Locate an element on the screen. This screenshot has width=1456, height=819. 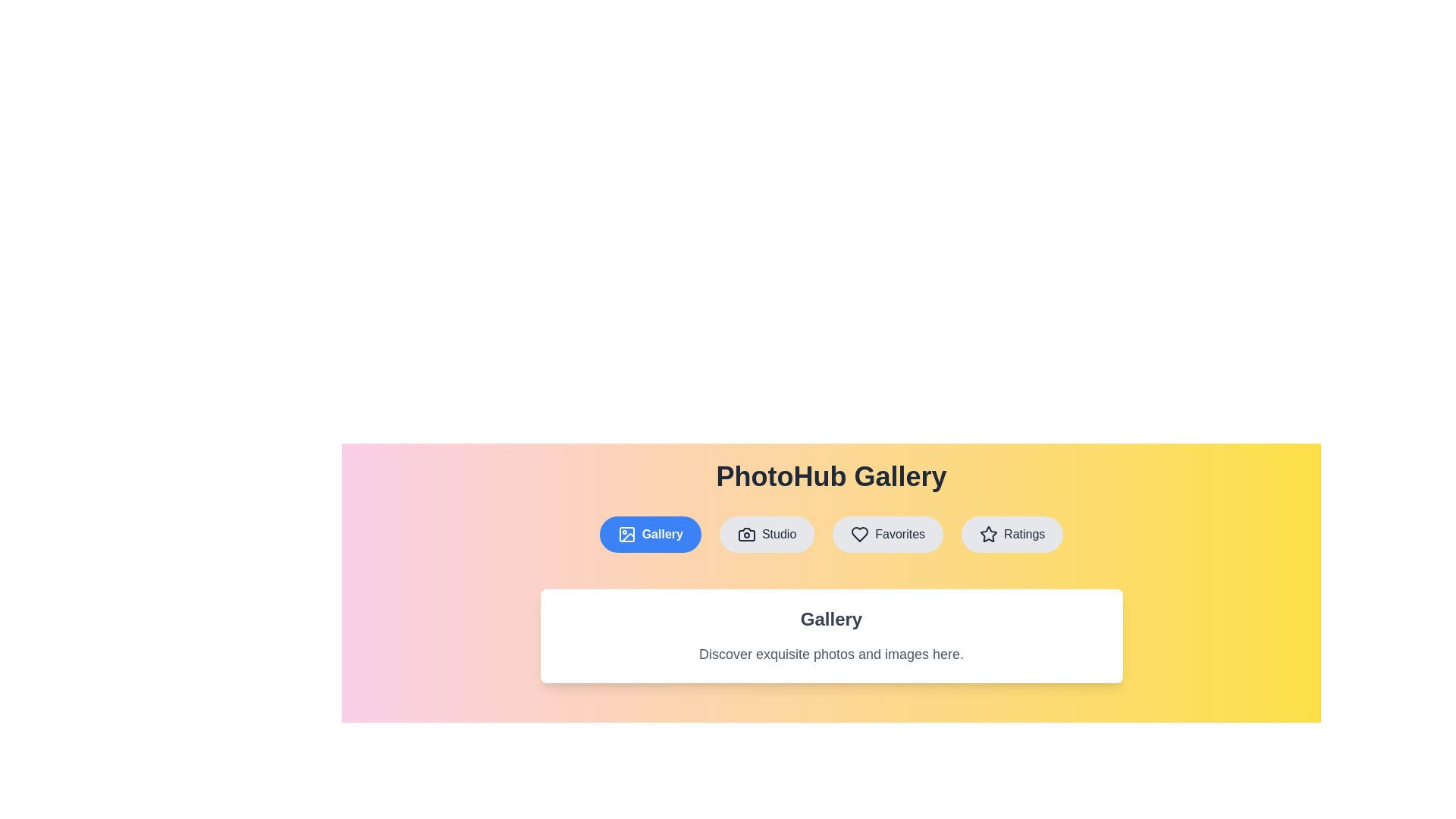
the tab labeled Ratings to switch to the corresponding view is located at coordinates (1012, 534).